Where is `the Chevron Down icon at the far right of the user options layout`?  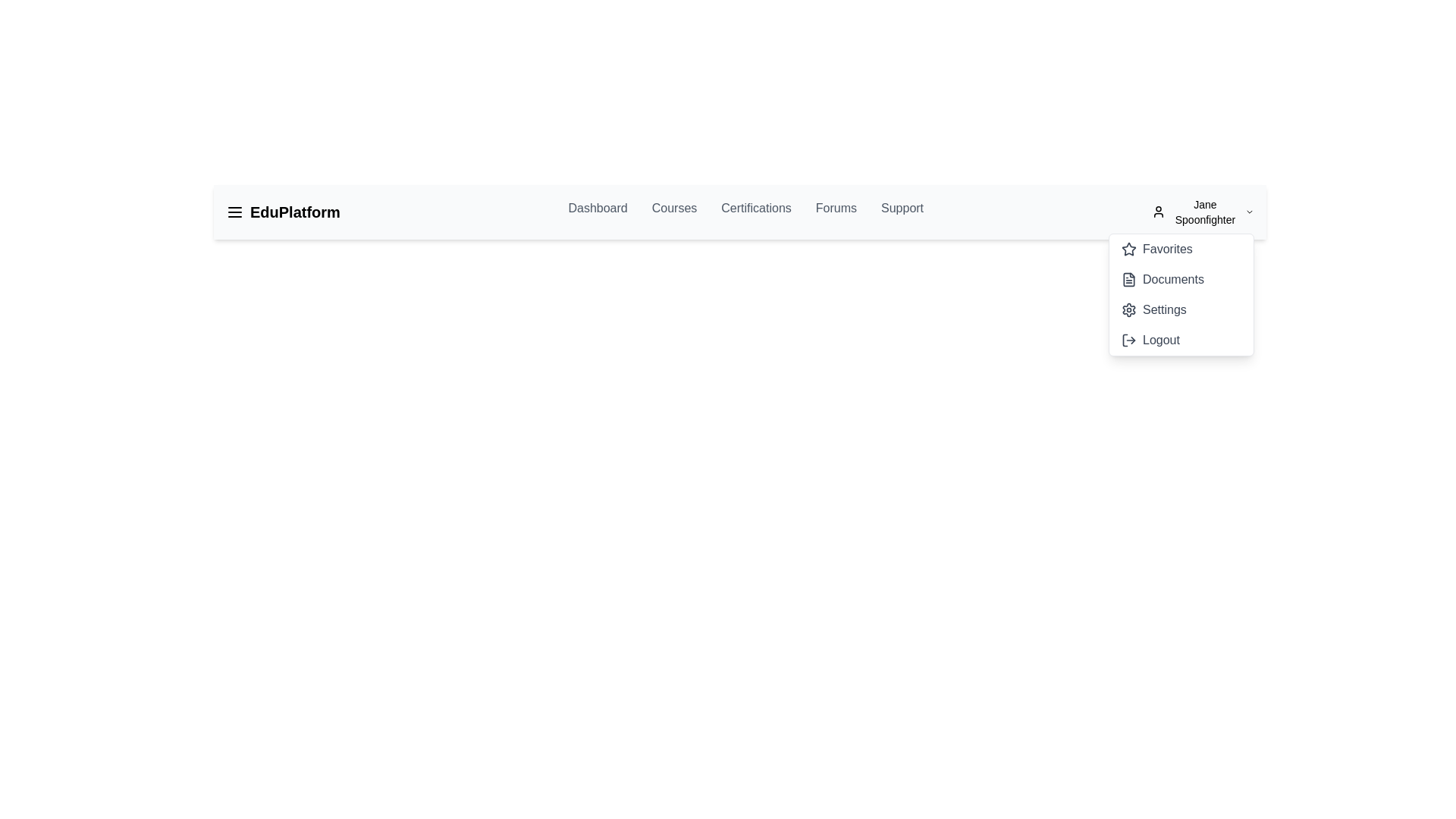 the Chevron Down icon at the far right of the user options layout is located at coordinates (1249, 212).